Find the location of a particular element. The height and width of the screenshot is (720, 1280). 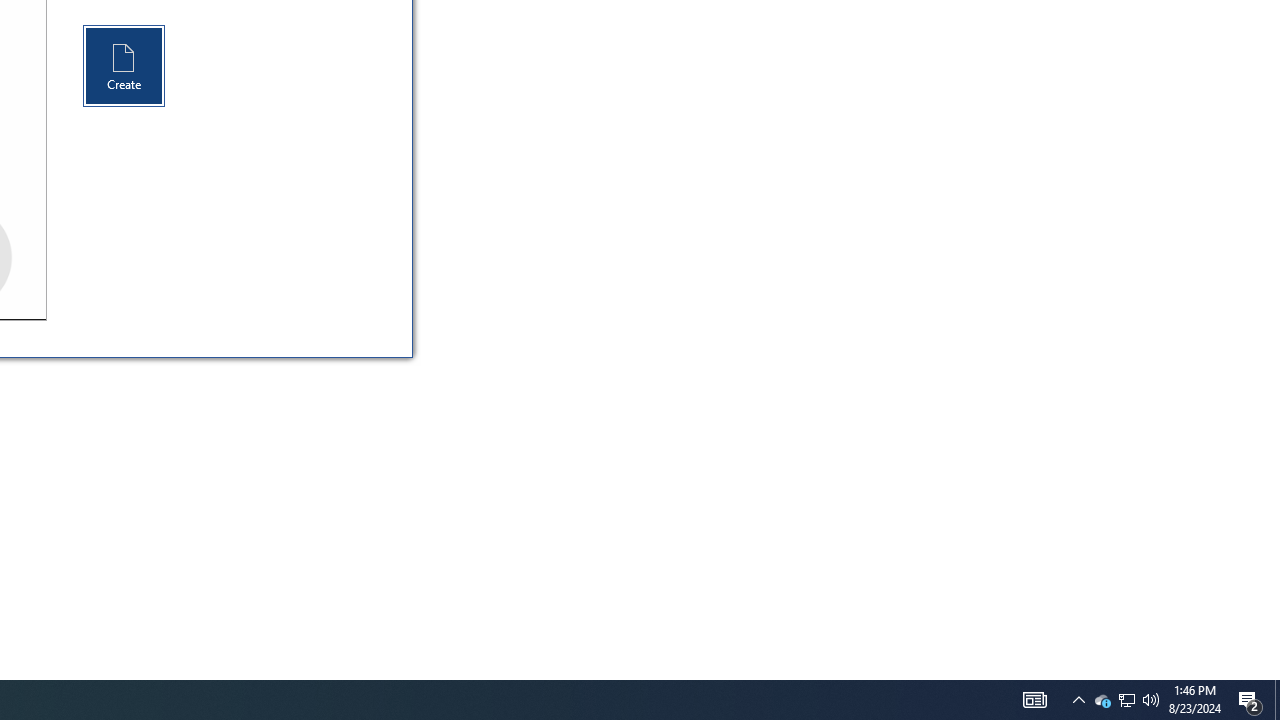

'User Promoted Notification Area' is located at coordinates (1127, 698).